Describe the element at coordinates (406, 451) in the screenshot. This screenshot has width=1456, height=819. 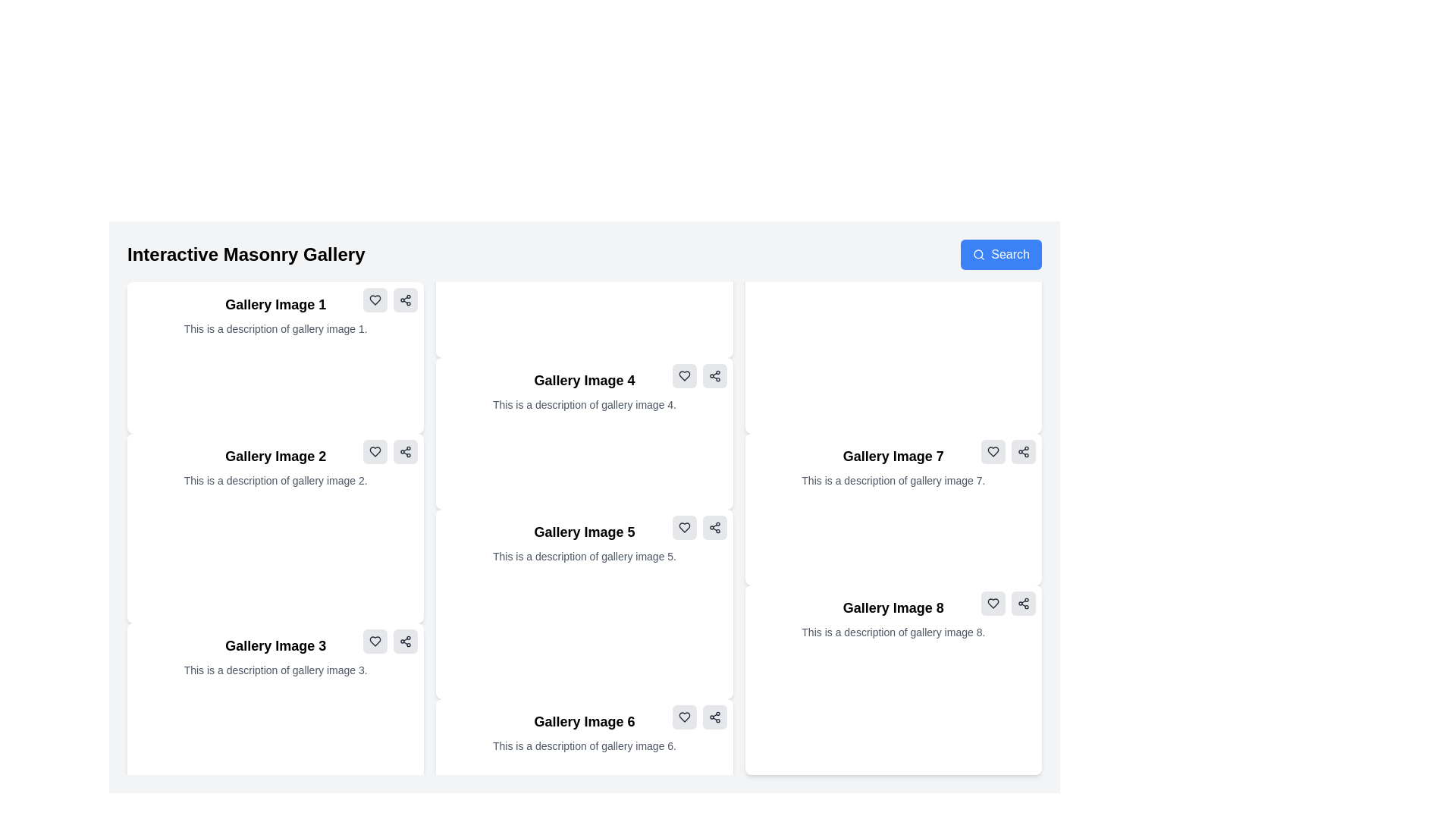
I see `the share icon button, which is represented by three connected dots forming a triangular shape, located in the upper-right corner of the second gallery card titled 'Gallery Image 2'` at that location.